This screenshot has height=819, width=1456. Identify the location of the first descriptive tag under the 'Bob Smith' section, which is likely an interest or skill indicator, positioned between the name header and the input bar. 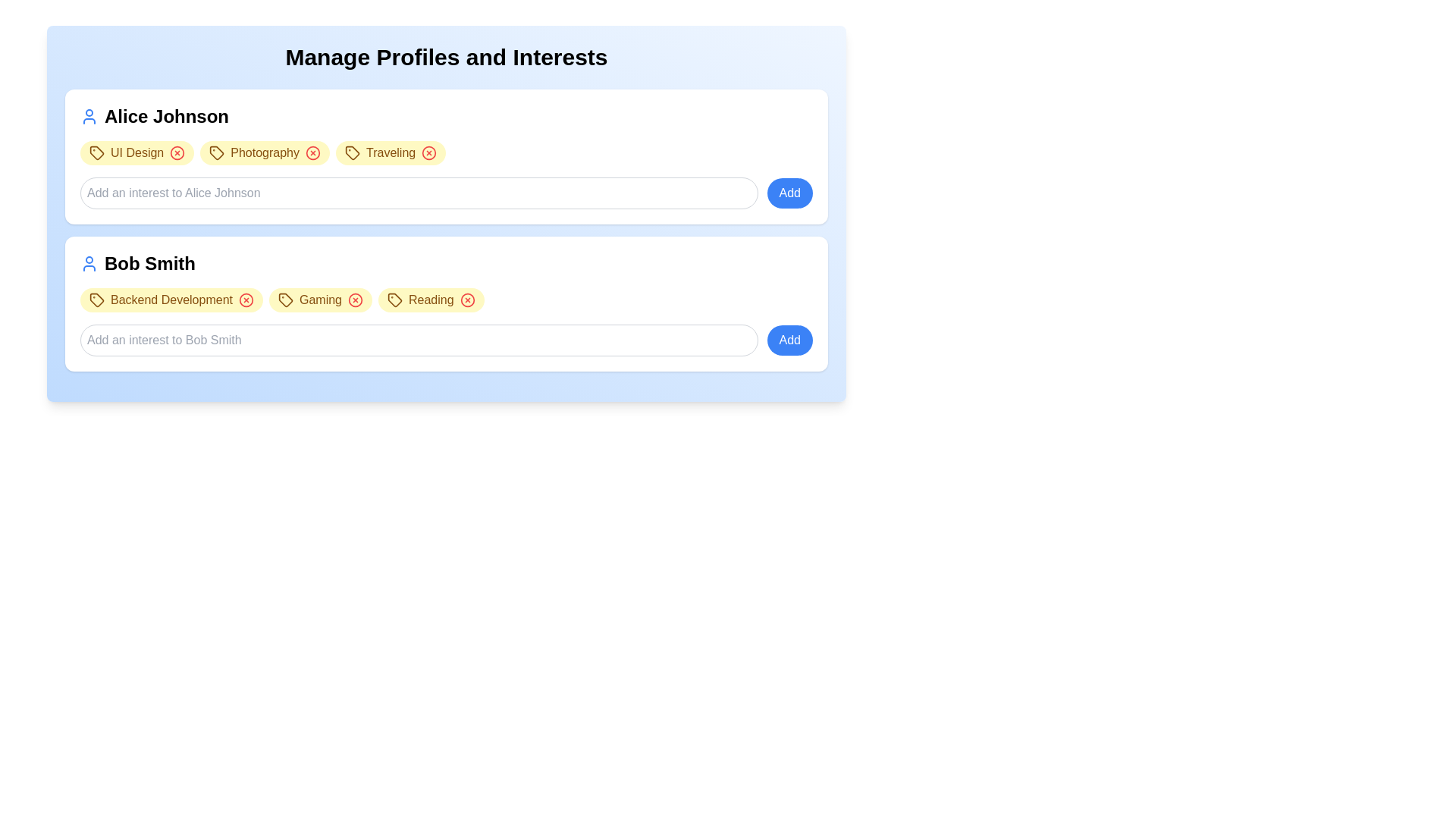
(171, 300).